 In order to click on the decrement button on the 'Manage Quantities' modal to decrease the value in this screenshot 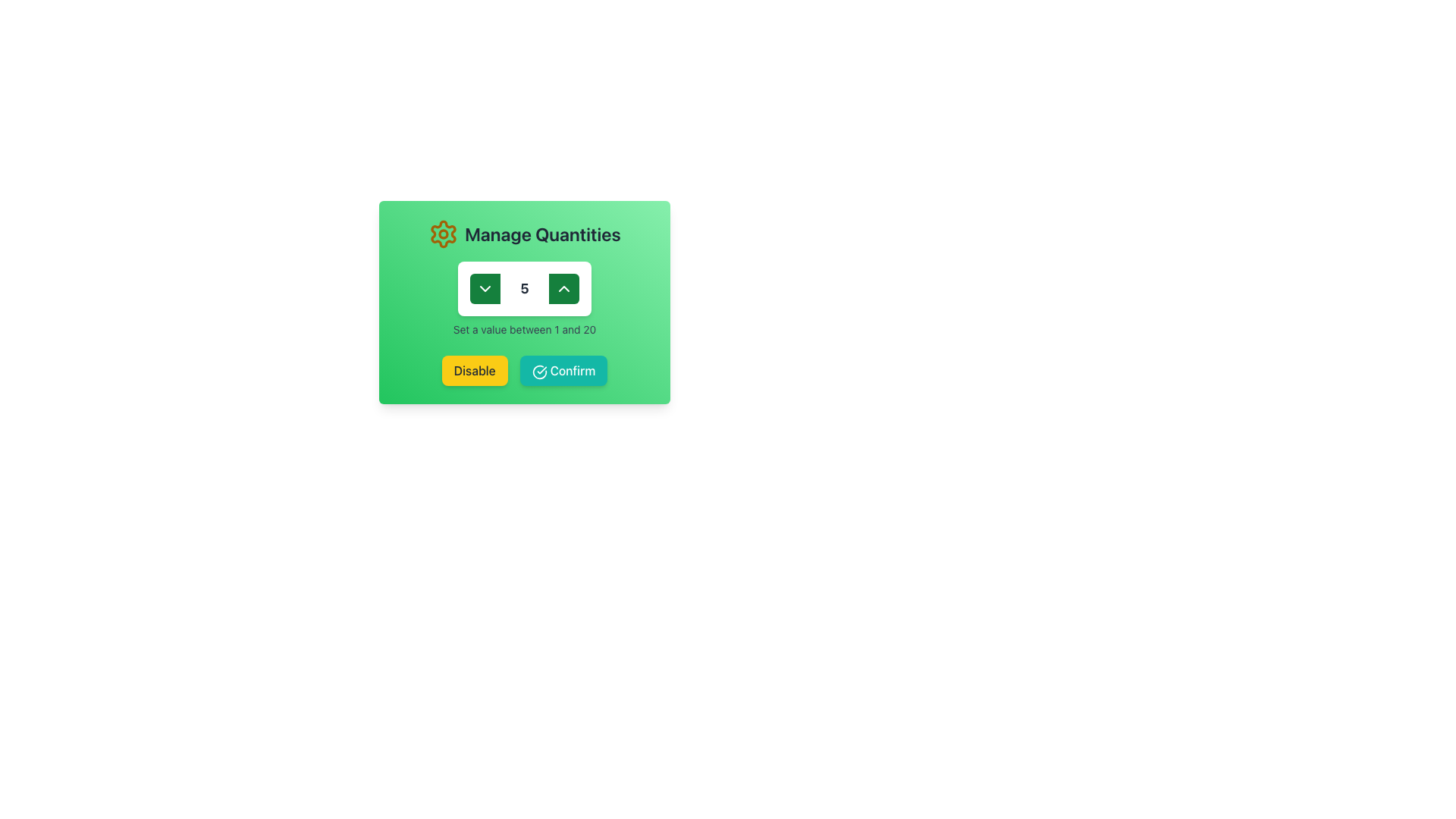, I will do `click(524, 302)`.